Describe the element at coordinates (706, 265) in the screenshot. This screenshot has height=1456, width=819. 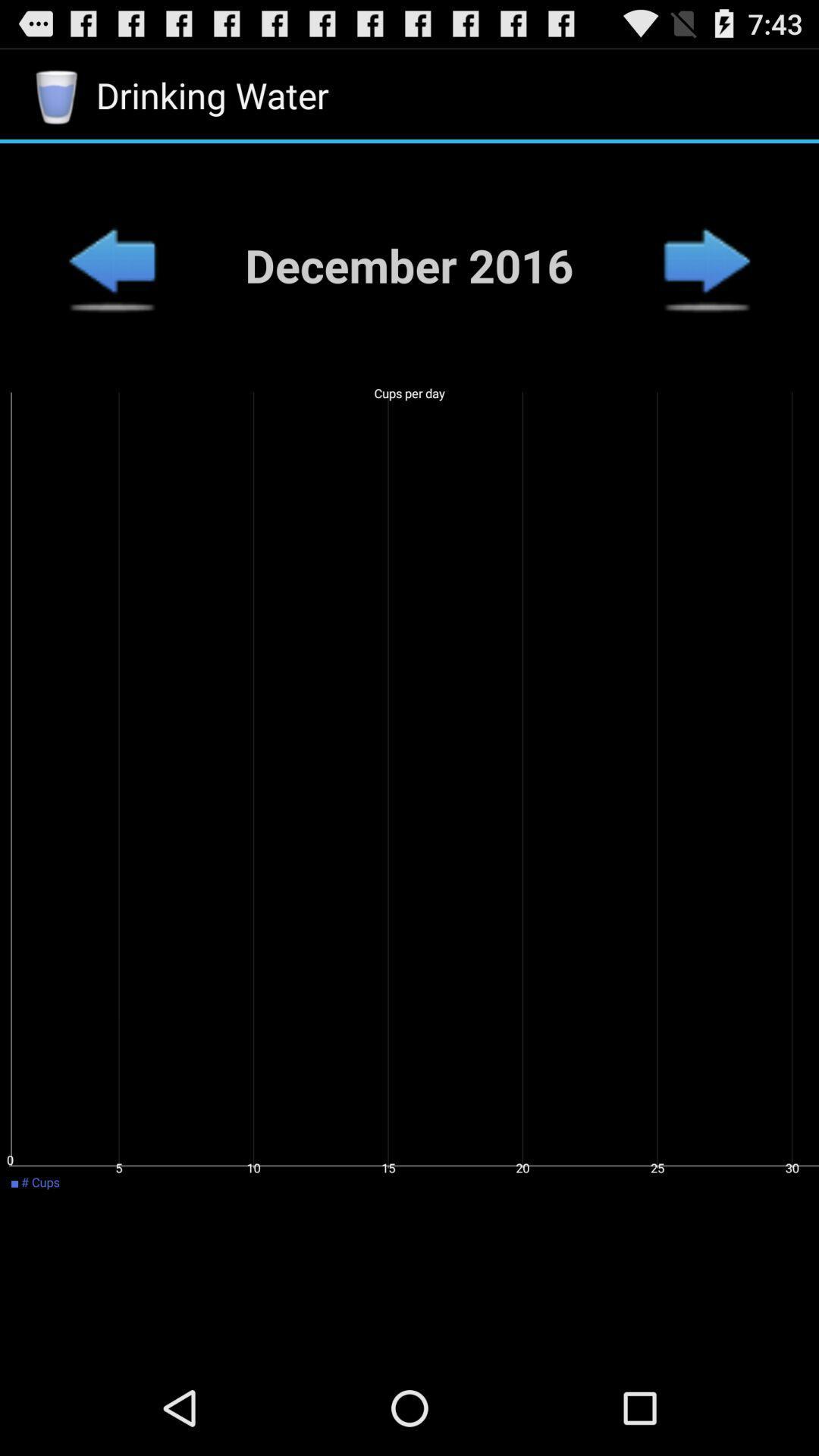
I see `go next` at that location.